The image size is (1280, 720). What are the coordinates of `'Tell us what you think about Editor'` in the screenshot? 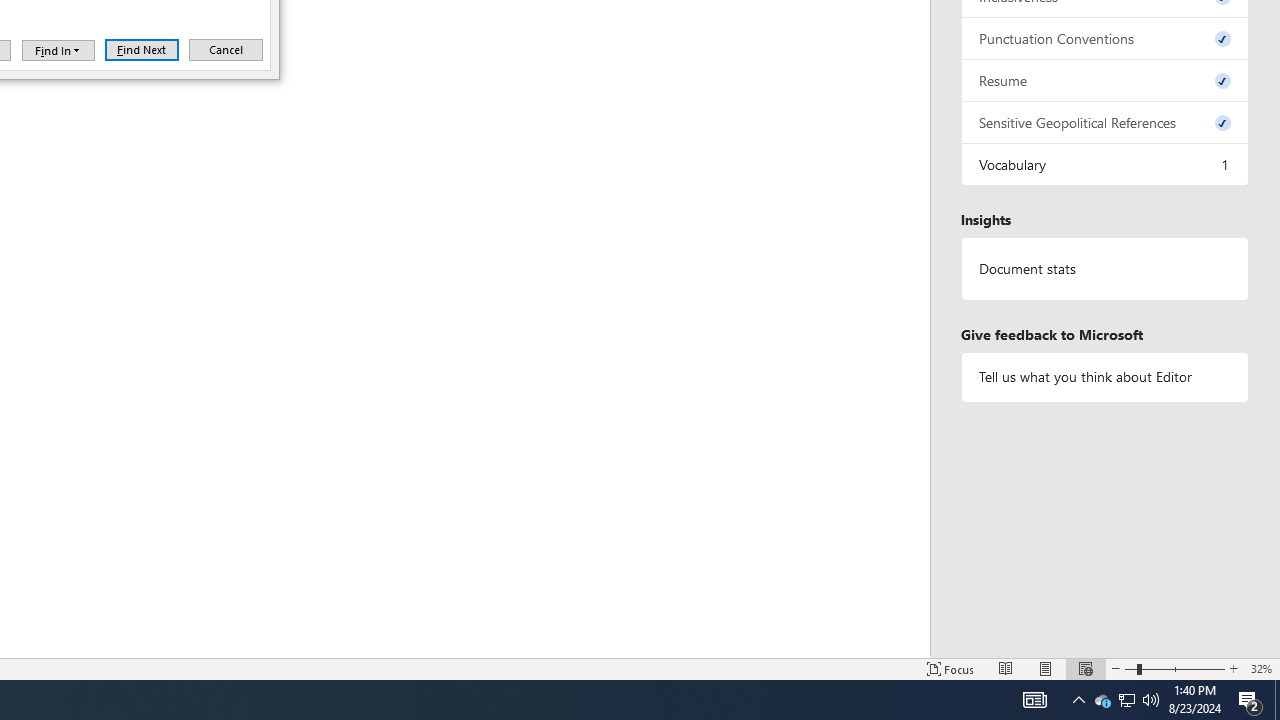 It's located at (1104, 377).